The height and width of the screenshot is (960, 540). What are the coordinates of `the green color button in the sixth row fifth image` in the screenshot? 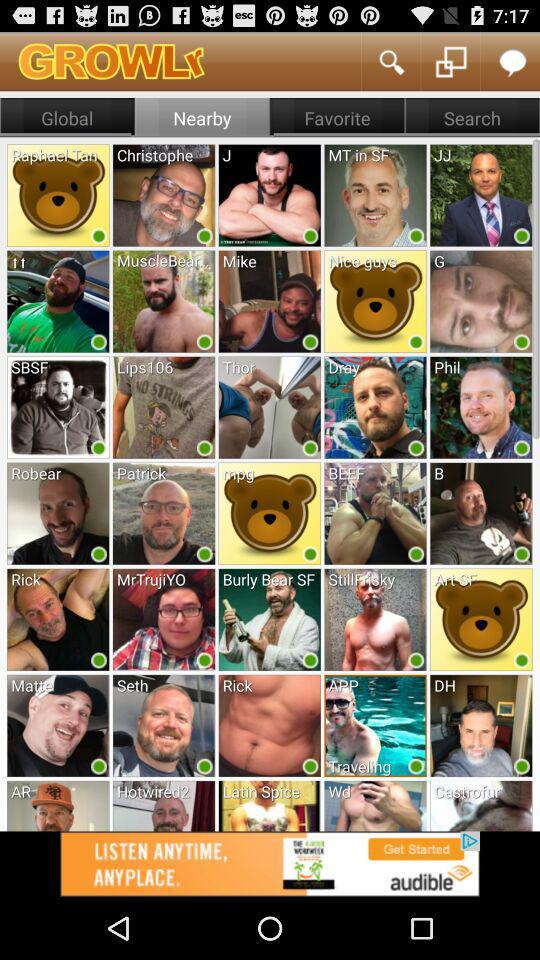 It's located at (522, 765).